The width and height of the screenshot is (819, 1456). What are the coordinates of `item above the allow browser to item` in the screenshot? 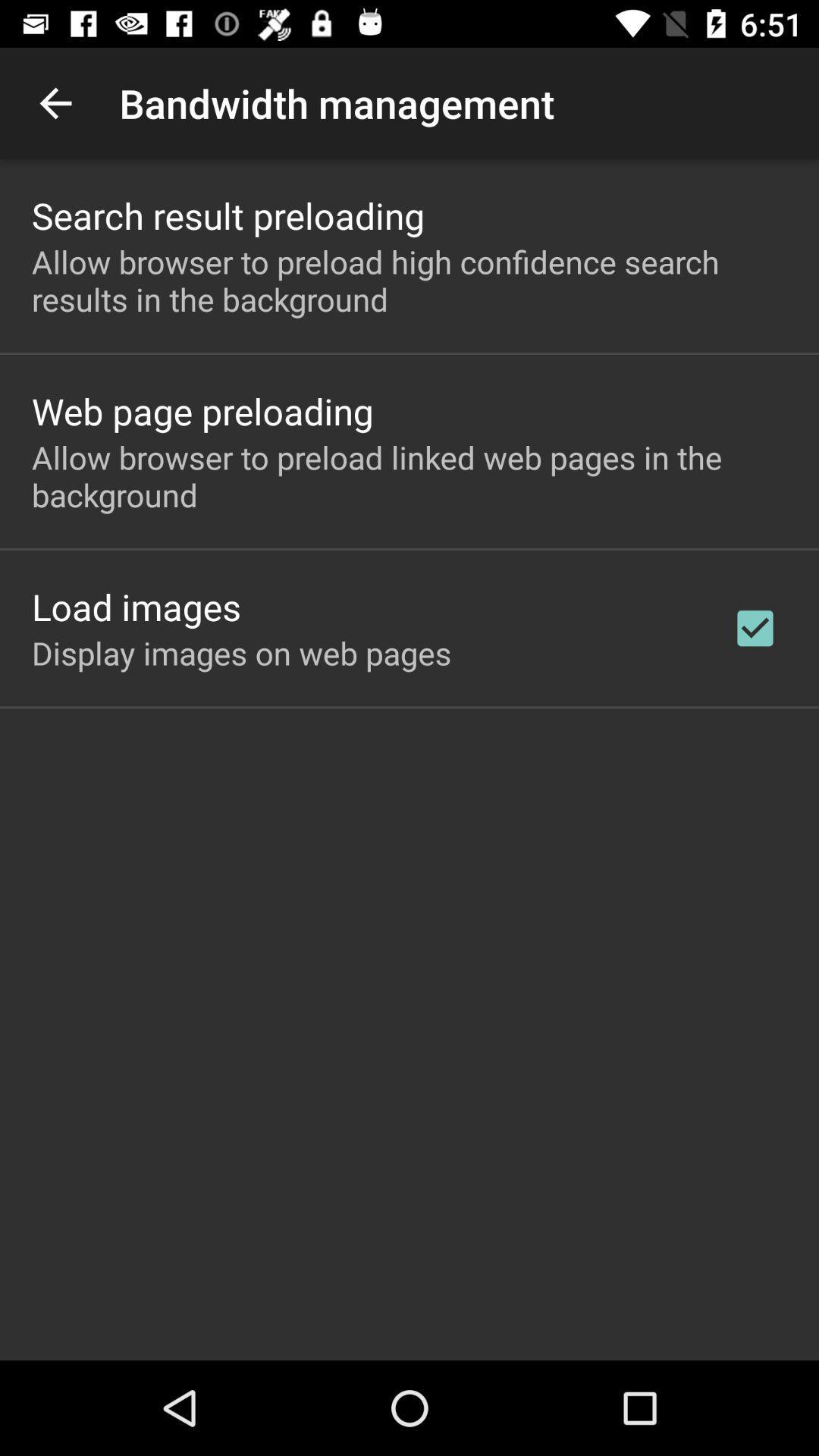 It's located at (228, 215).